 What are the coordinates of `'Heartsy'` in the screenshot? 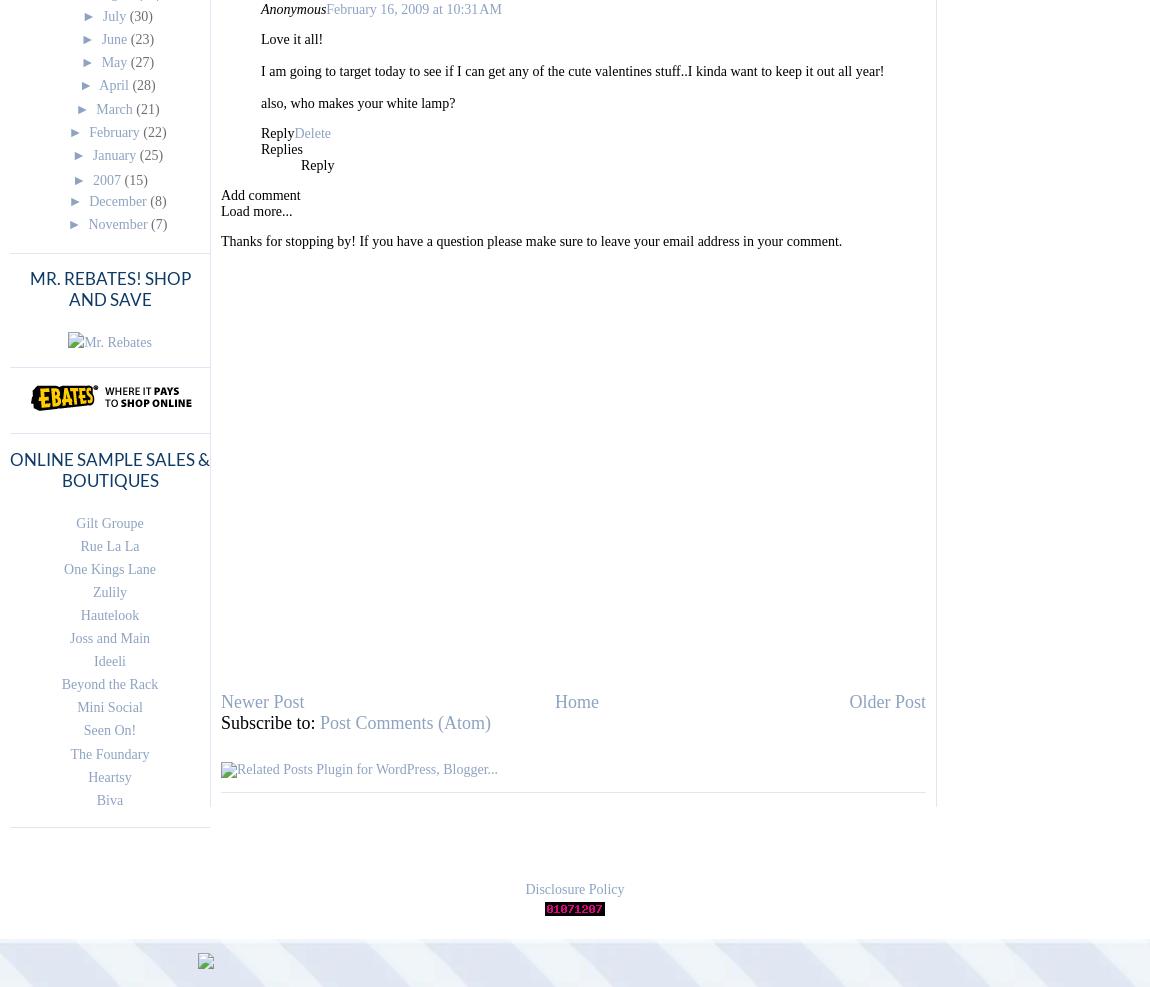 It's located at (108, 776).